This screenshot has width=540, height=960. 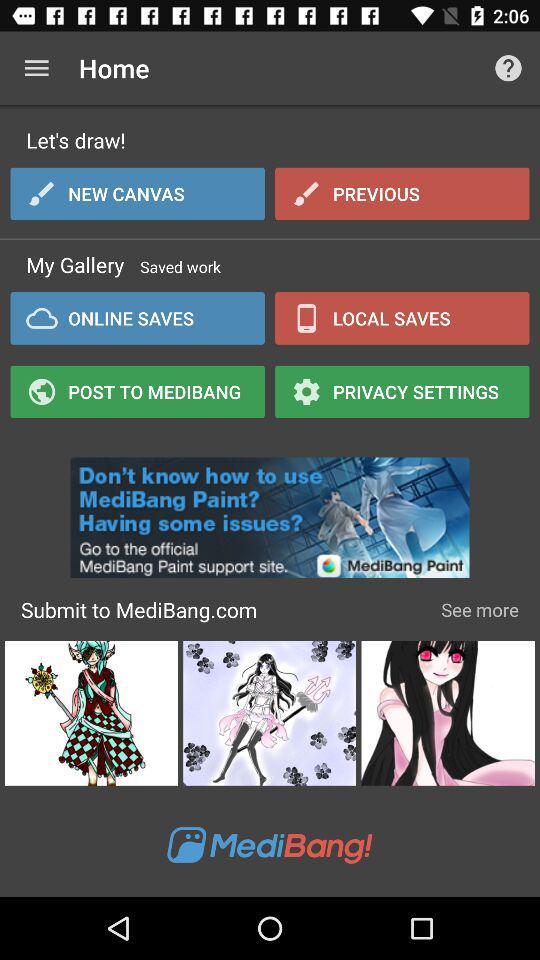 What do you see at coordinates (36, 68) in the screenshot?
I see `the icon to the left of home` at bounding box center [36, 68].